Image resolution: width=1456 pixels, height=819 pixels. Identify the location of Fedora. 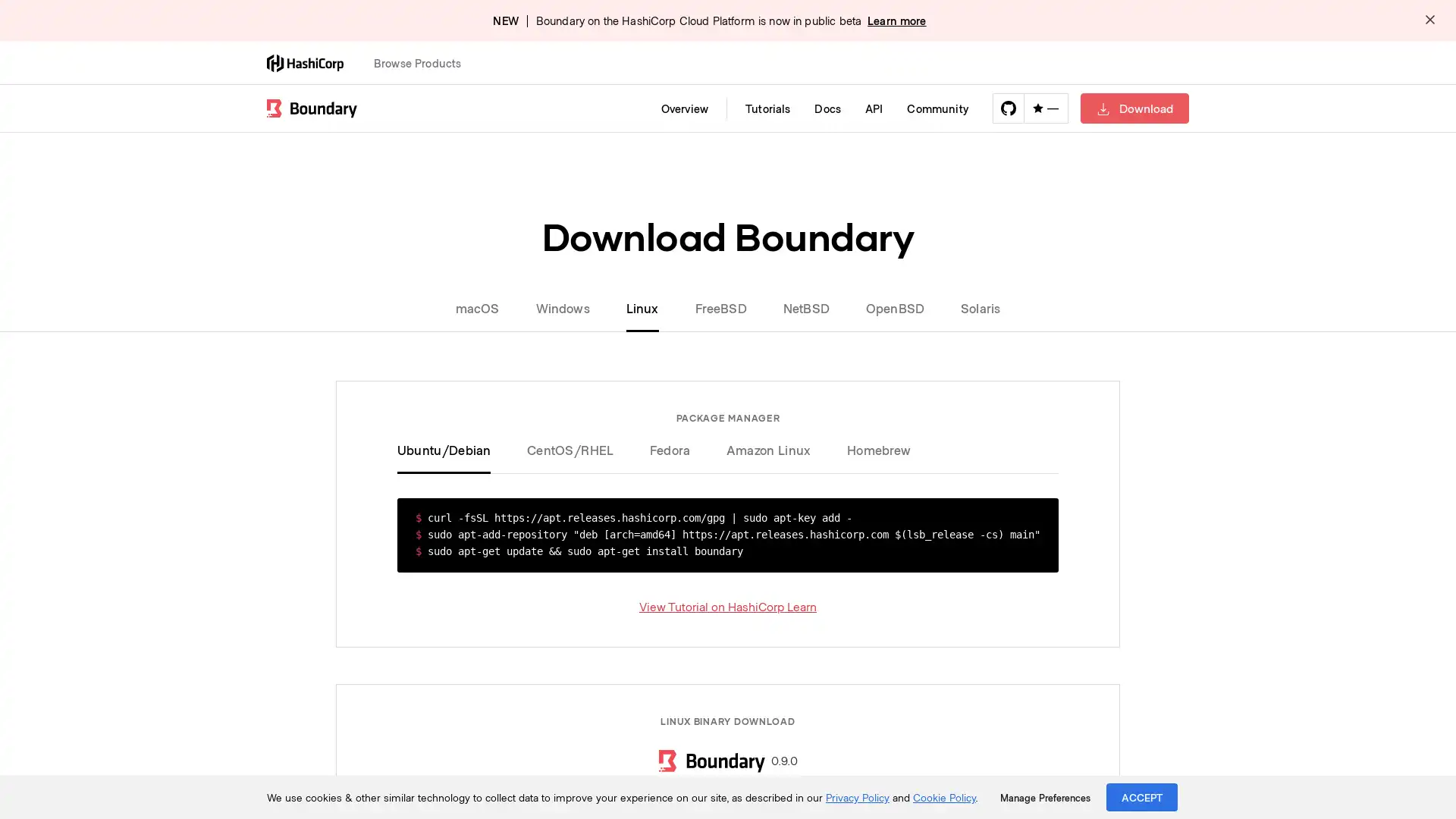
(669, 449).